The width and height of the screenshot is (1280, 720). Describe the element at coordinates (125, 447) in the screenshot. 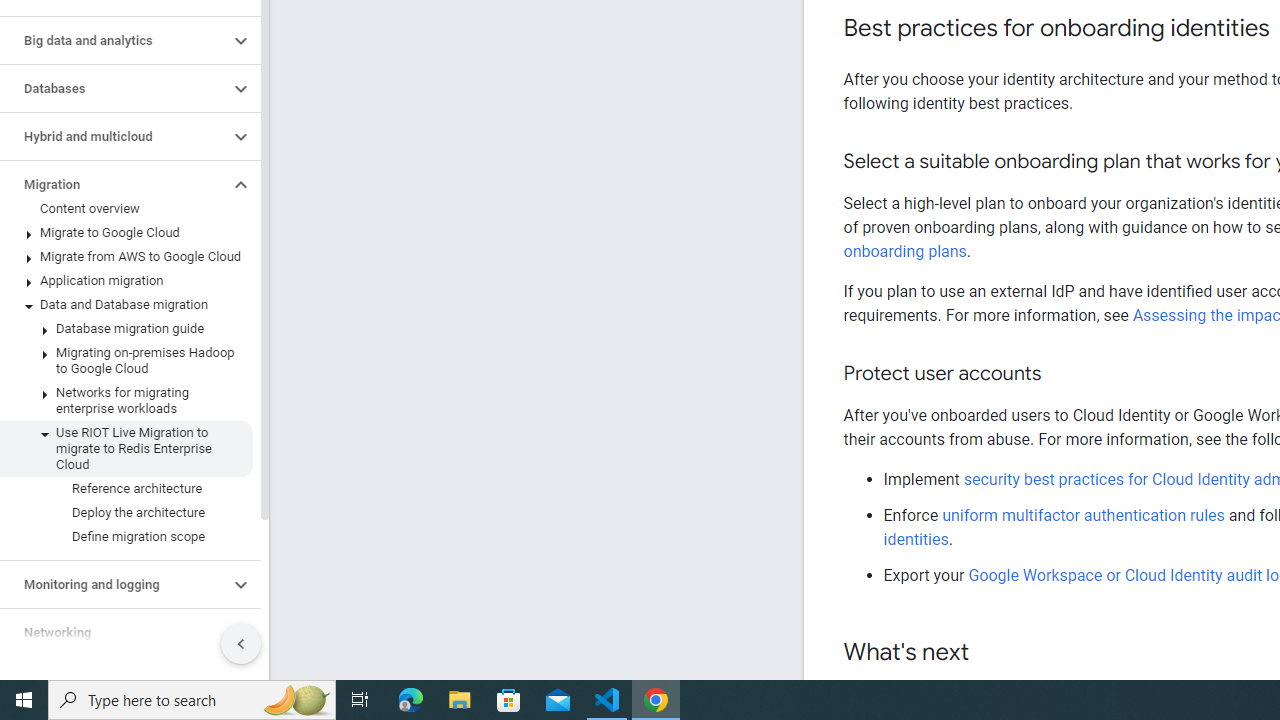

I see `'Use RIOT Live Migration to migrate to Redis Enterprise Cloud'` at that location.